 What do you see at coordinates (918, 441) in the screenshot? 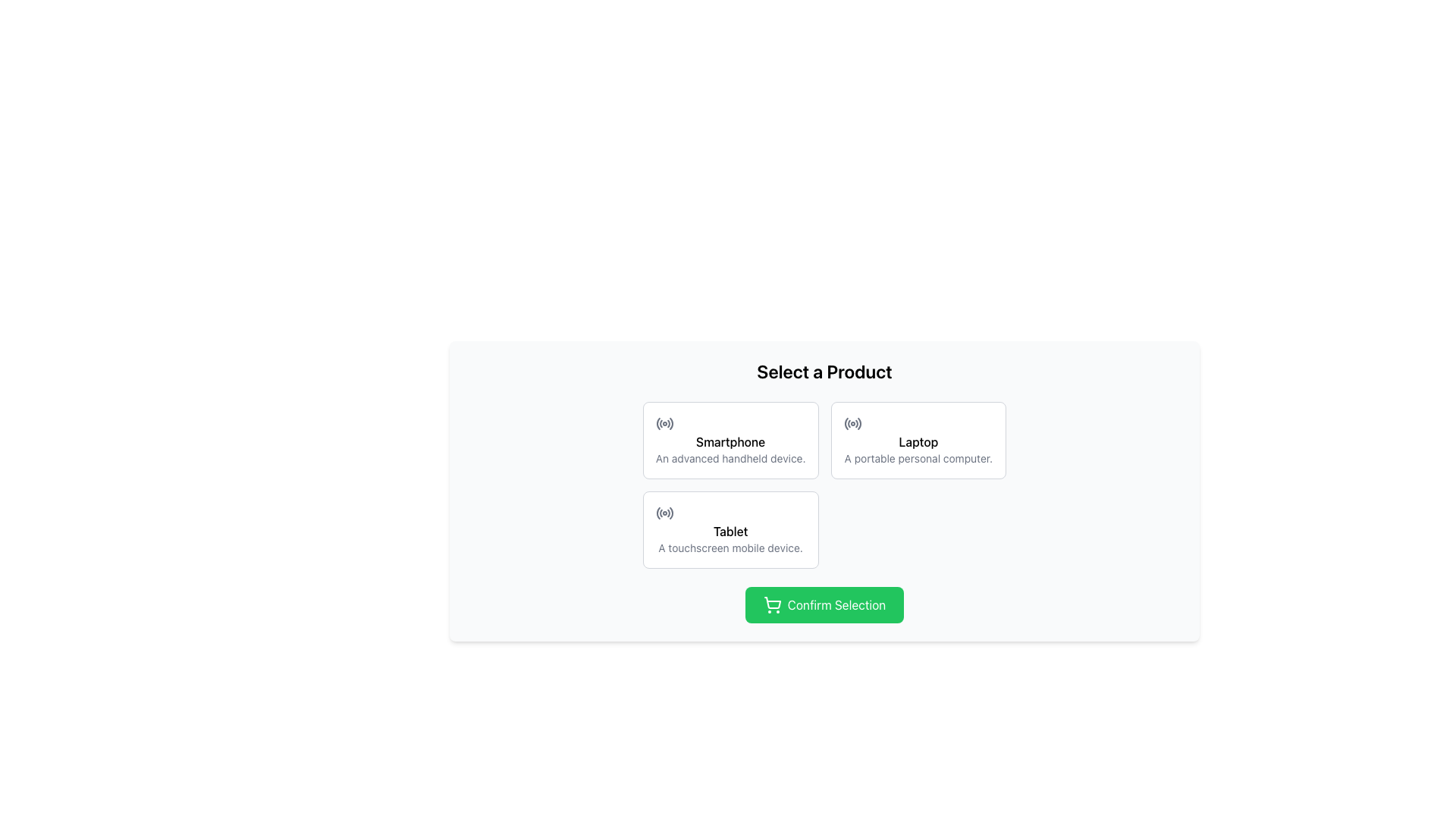
I see `'Laptop' text label displayed in a modern typeface at the top of the product selection card` at bounding box center [918, 441].